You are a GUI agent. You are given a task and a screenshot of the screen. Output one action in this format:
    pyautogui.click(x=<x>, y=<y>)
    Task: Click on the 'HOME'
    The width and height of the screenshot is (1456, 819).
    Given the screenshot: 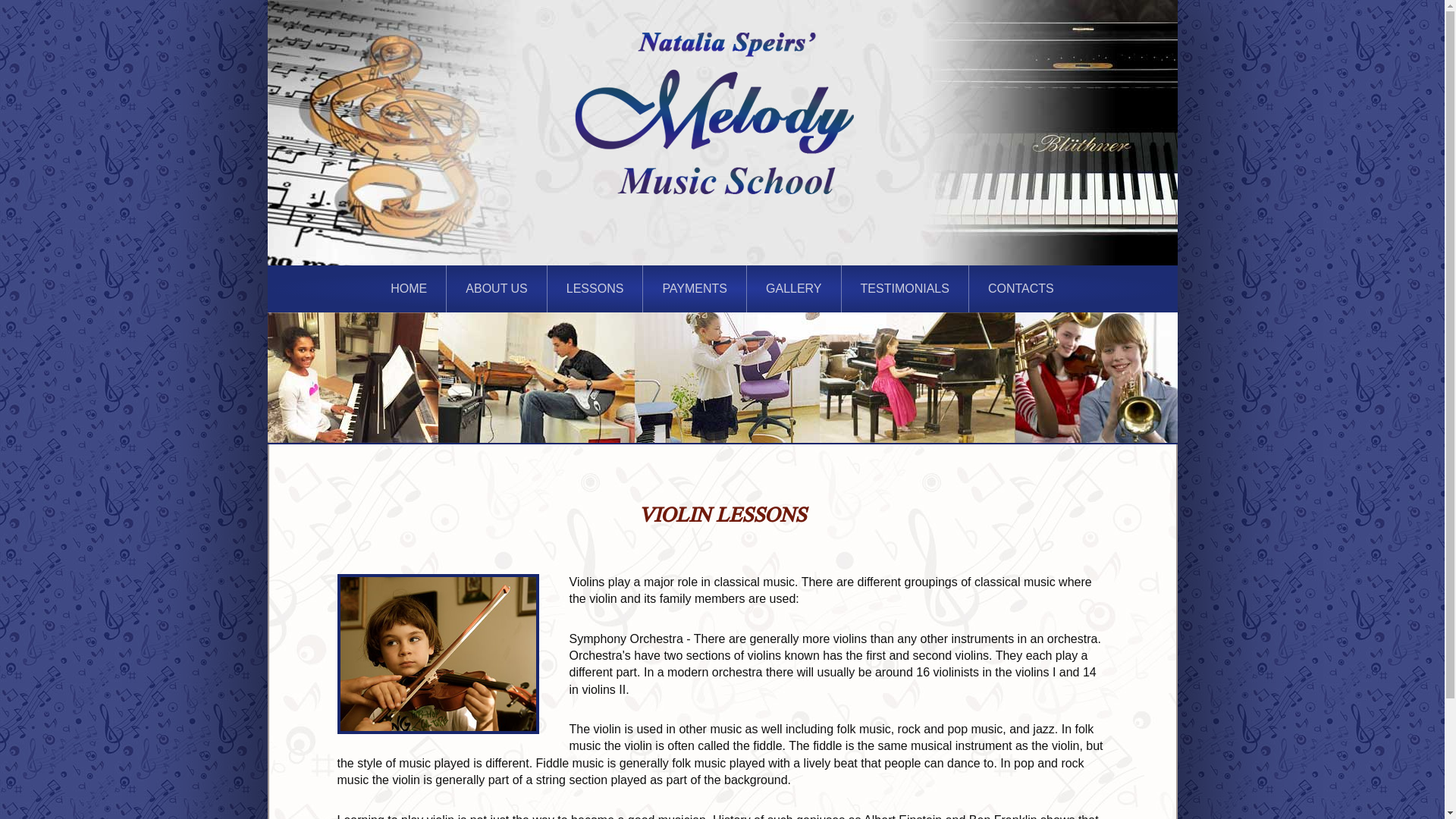 What is the action you would take?
    pyautogui.click(x=408, y=288)
    